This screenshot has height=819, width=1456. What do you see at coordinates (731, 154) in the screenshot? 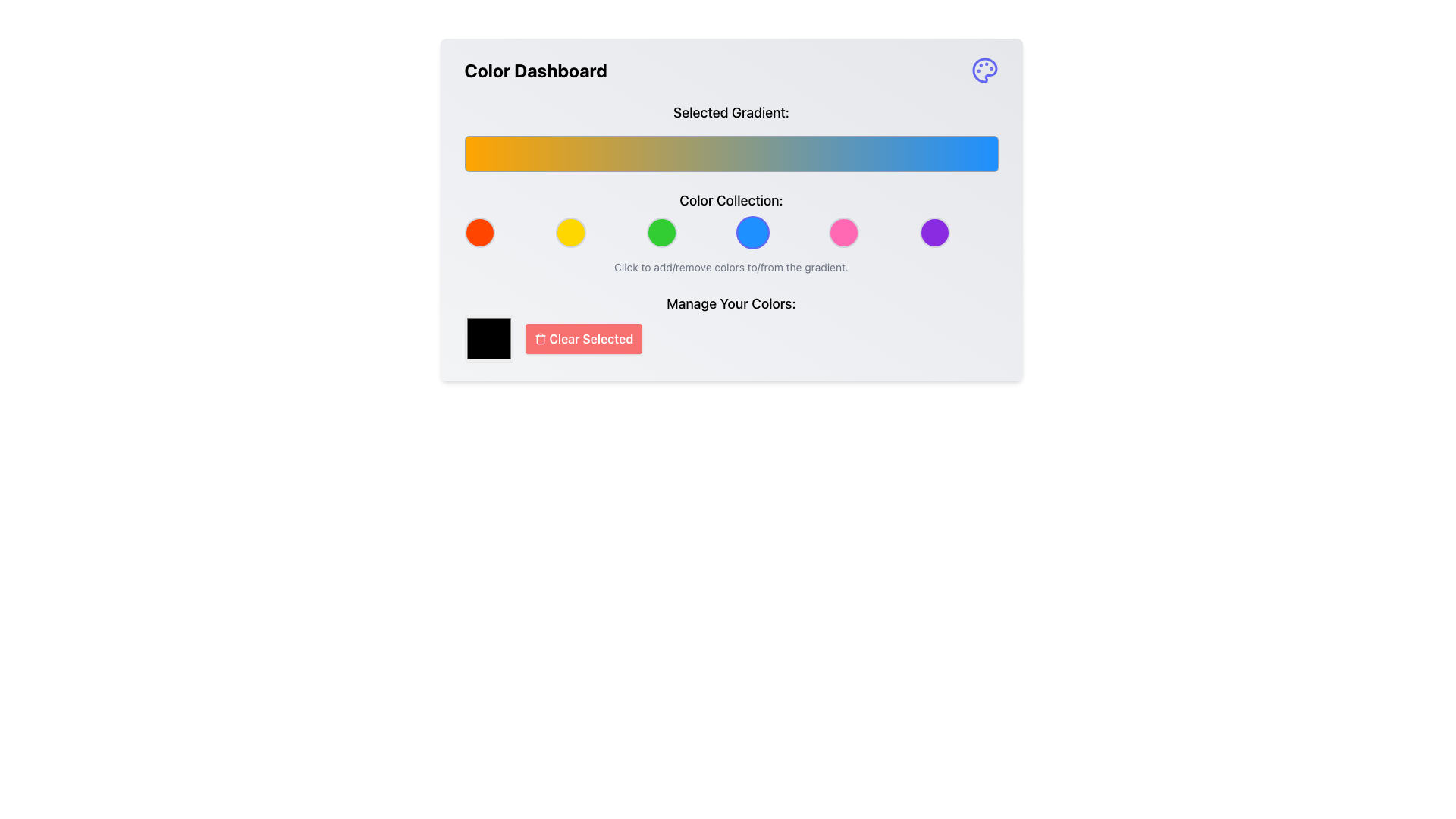
I see `the gradient selection` at bounding box center [731, 154].